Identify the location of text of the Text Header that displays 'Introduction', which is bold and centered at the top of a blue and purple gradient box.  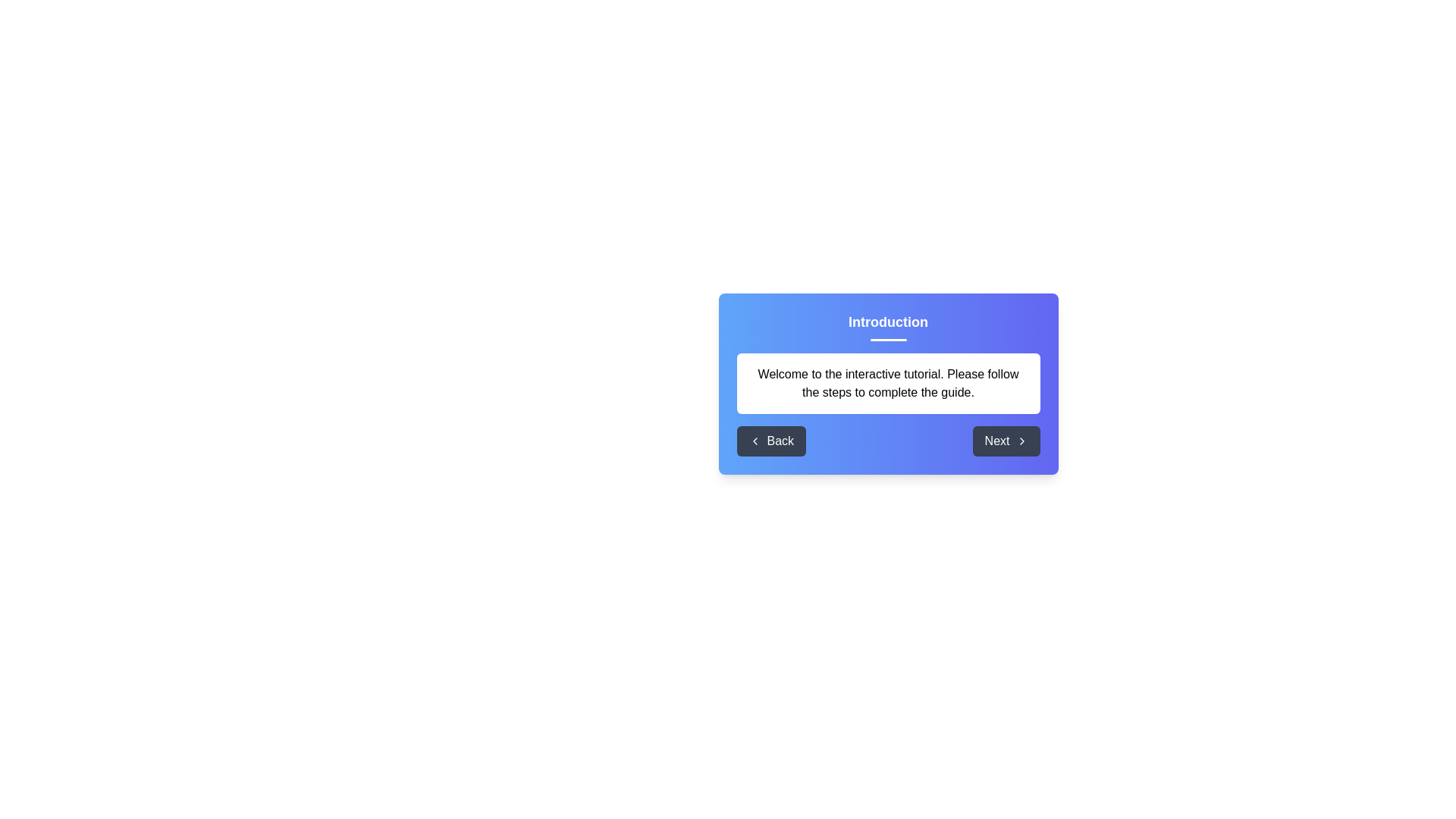
(888, 325).